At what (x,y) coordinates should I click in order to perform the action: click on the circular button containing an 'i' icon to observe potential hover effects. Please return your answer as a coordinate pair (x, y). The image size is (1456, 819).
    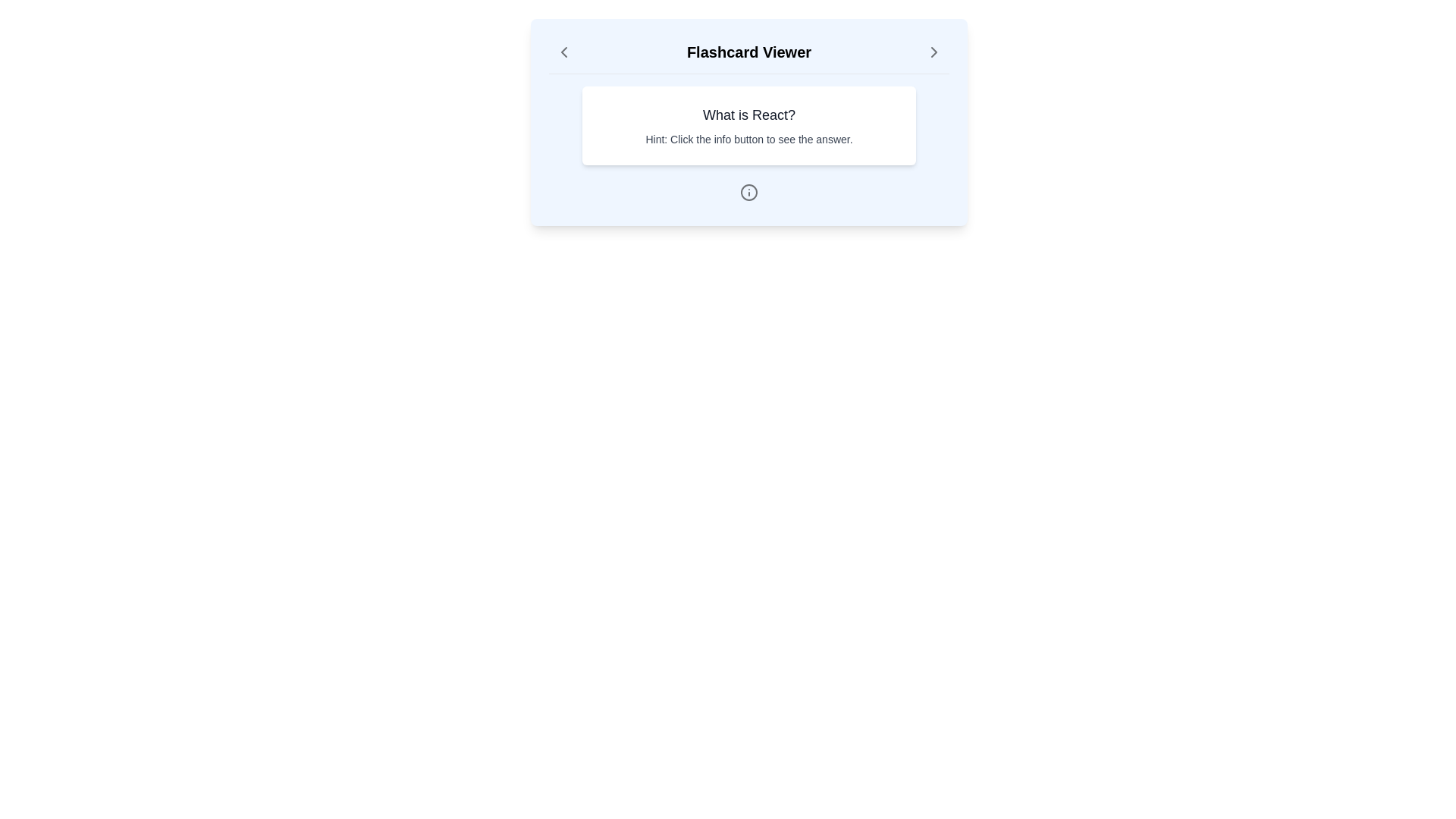
    Looking at the image, I should click on (749, 192).